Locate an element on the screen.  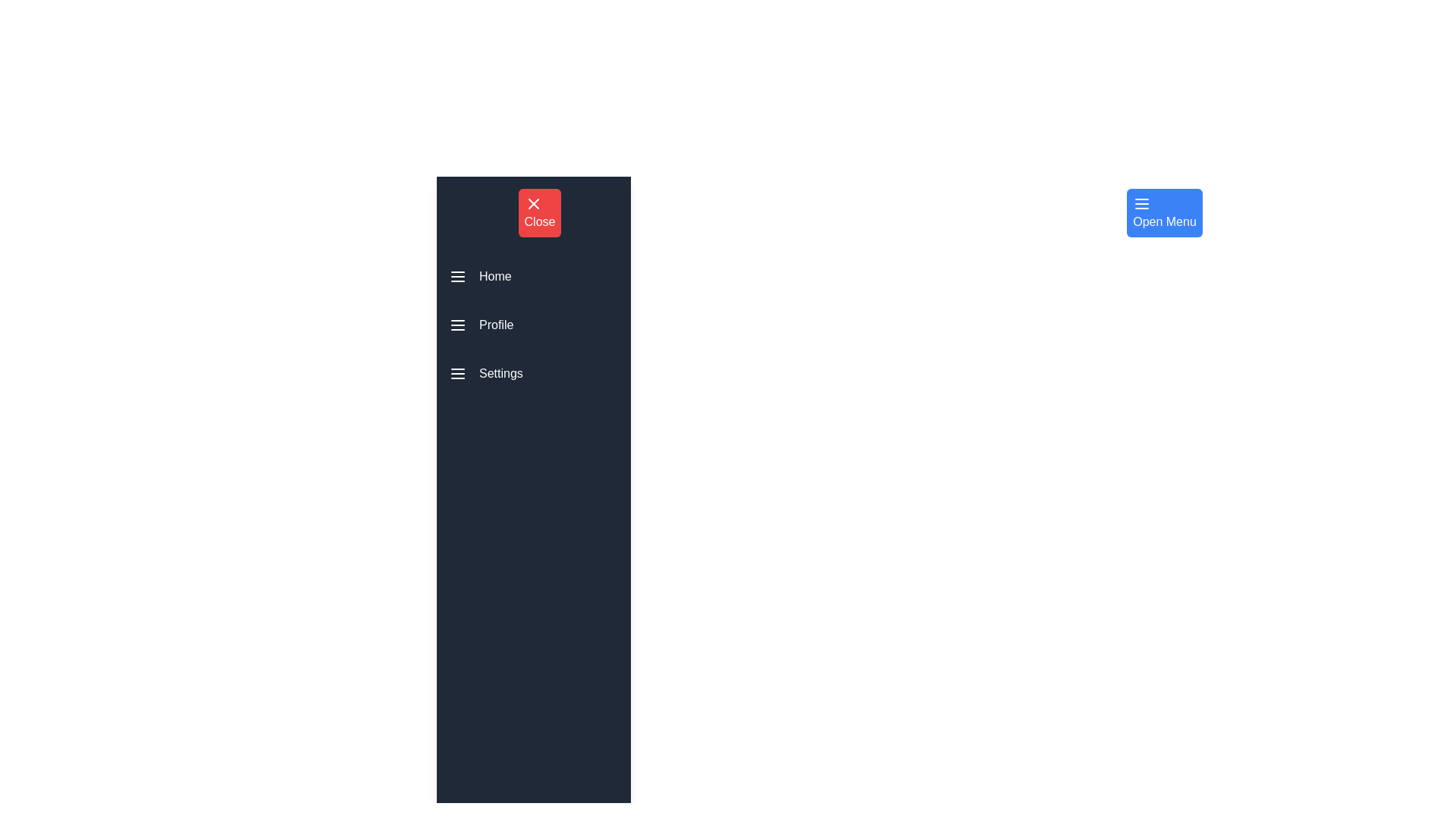
the 'Close' button to close the drawer is located at coordinates (539, 213).